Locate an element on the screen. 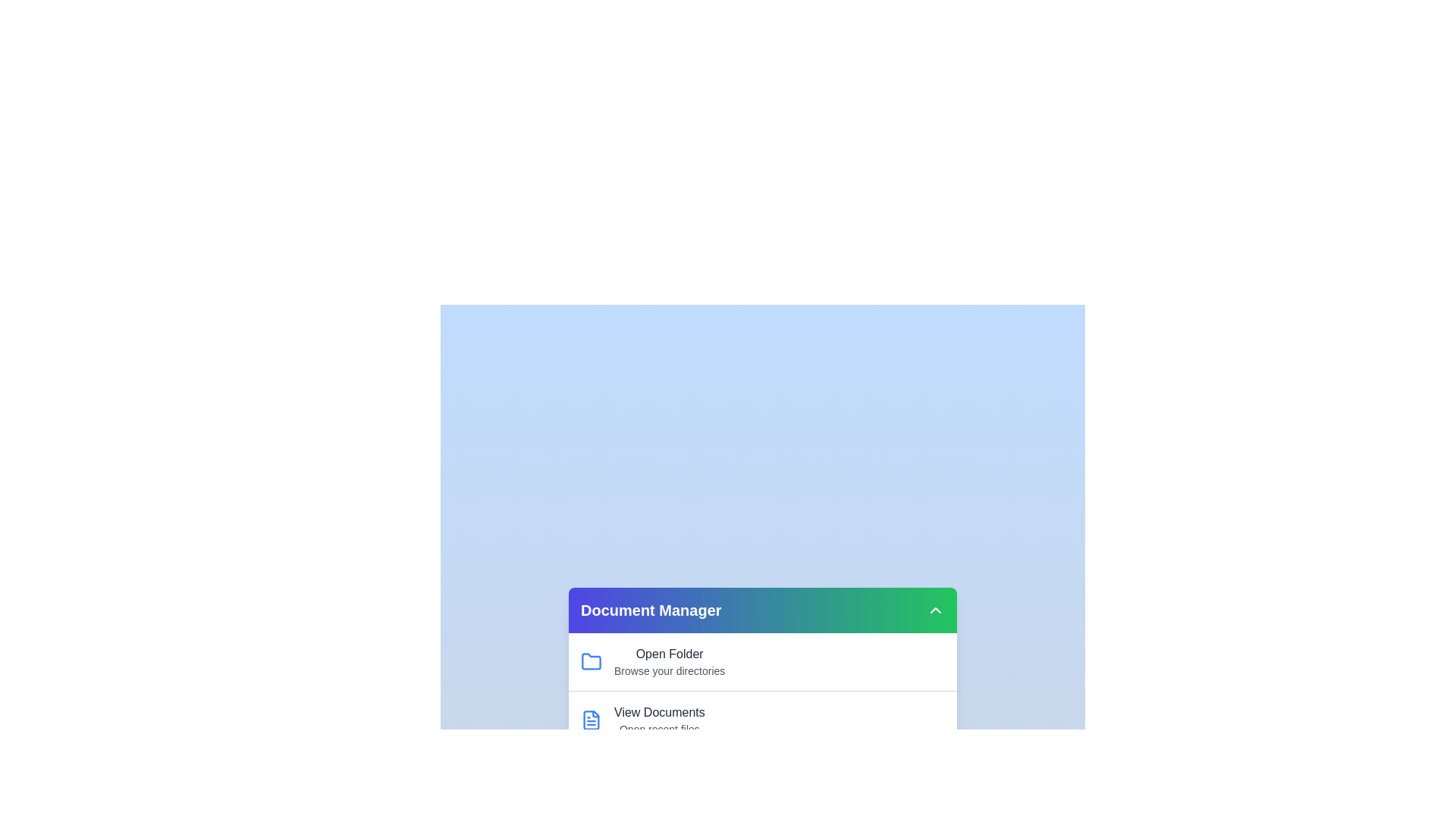 The height and width of the screenshot is (819, 1456). the menu item View Documents to highlight it is located at coordinates (658, 713).